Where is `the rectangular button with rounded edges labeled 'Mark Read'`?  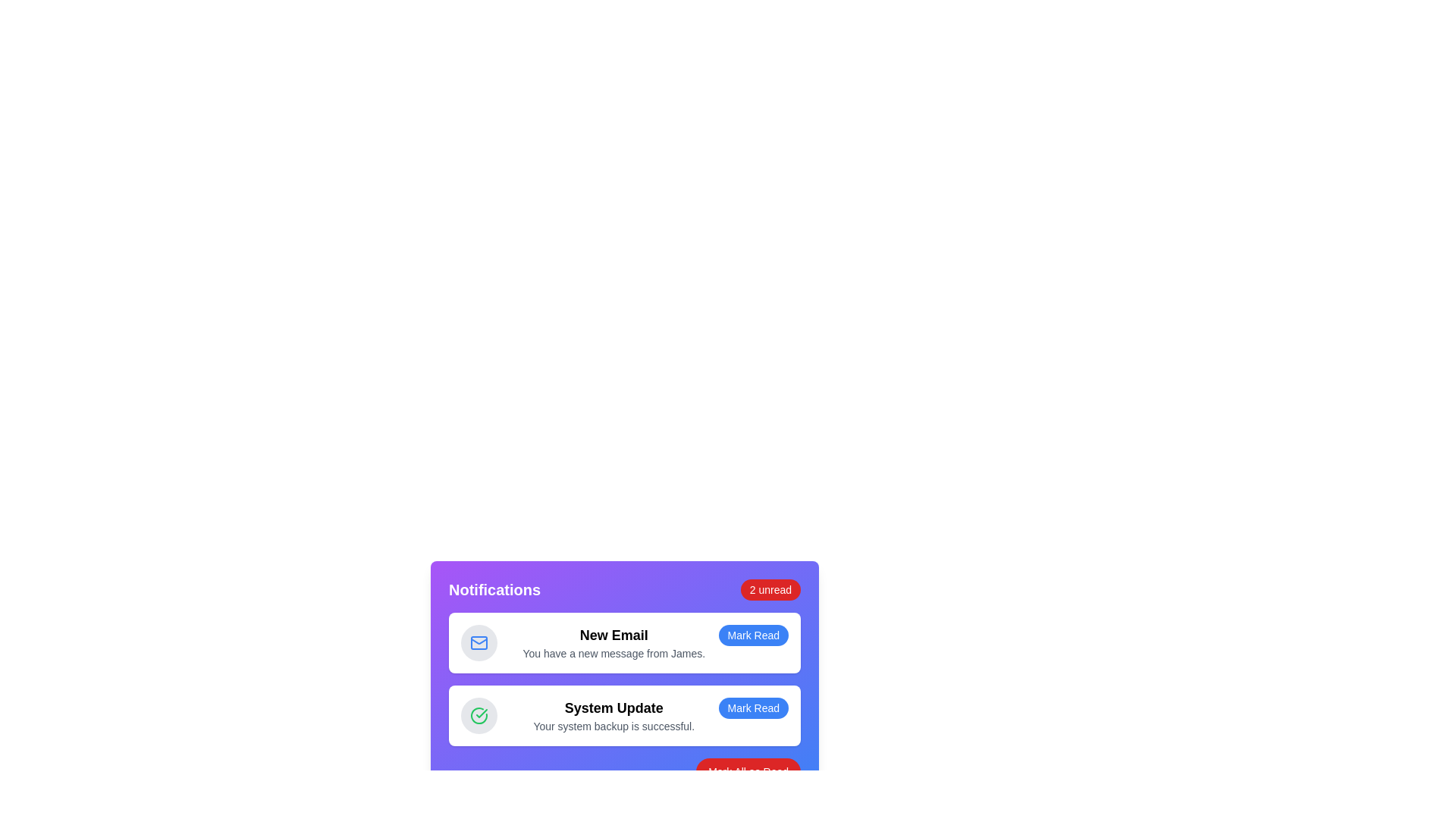
the rectangular button with rounded edges labeled 'Mark Read' is located at coordinates (753, 708).